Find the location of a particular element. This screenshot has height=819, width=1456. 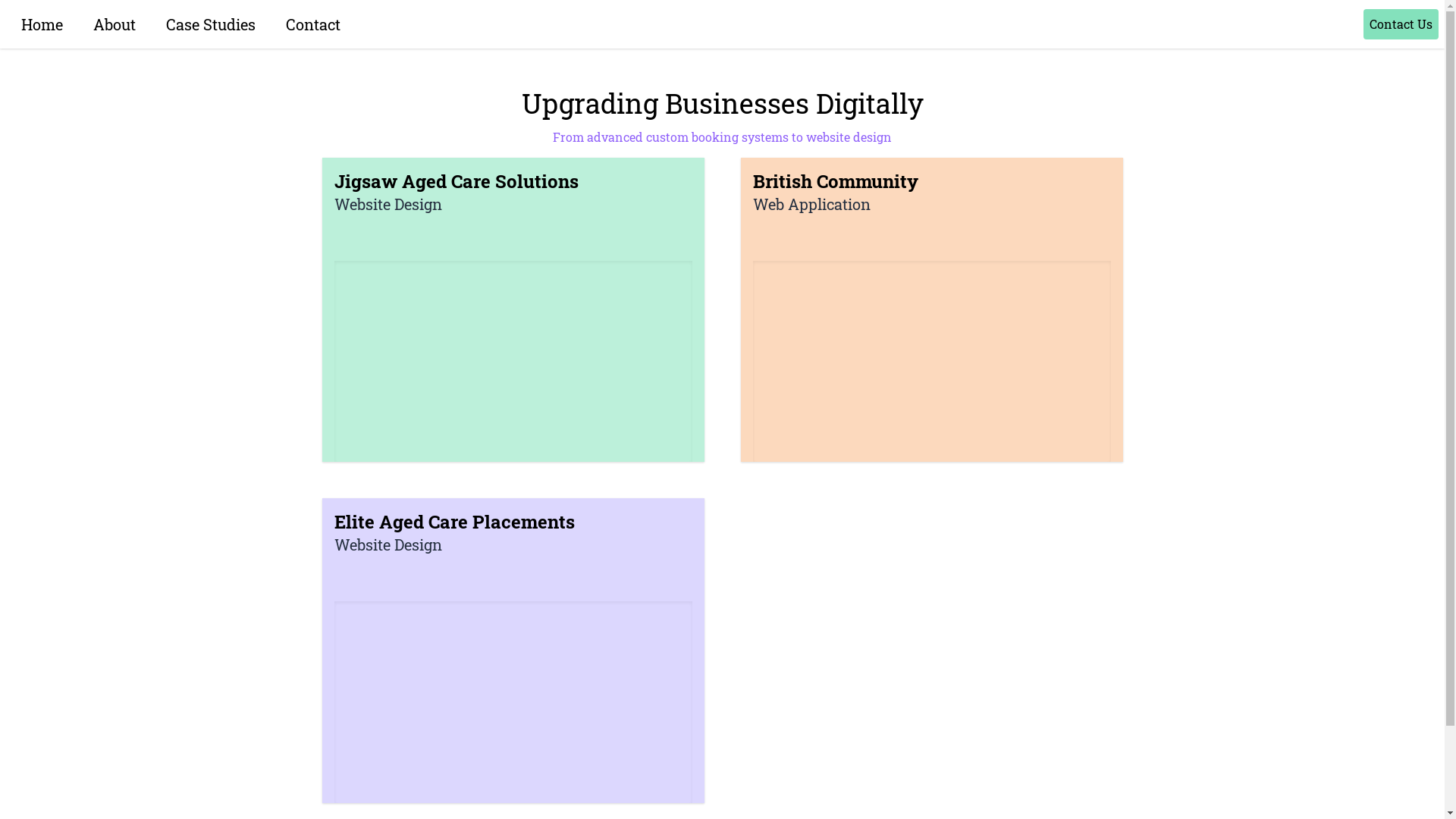

'British Community is located at coordinates (930, 309).